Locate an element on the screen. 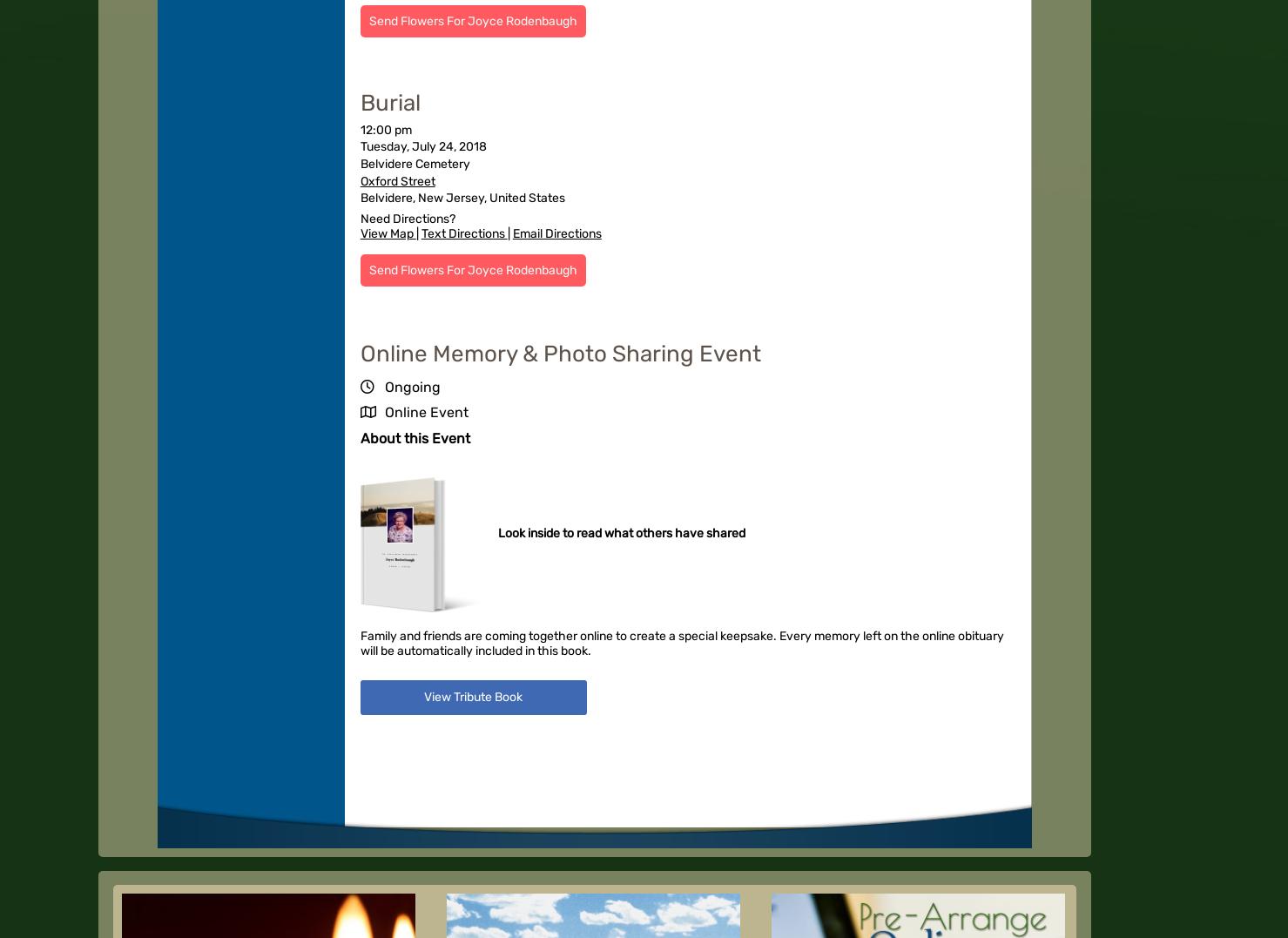 The image size is (1288, 938). 'Family and friends are coming together online to create a special keepsake. Every memory left on the online obituary will be automatically included in this book.' is located at coordinates (682, 642).